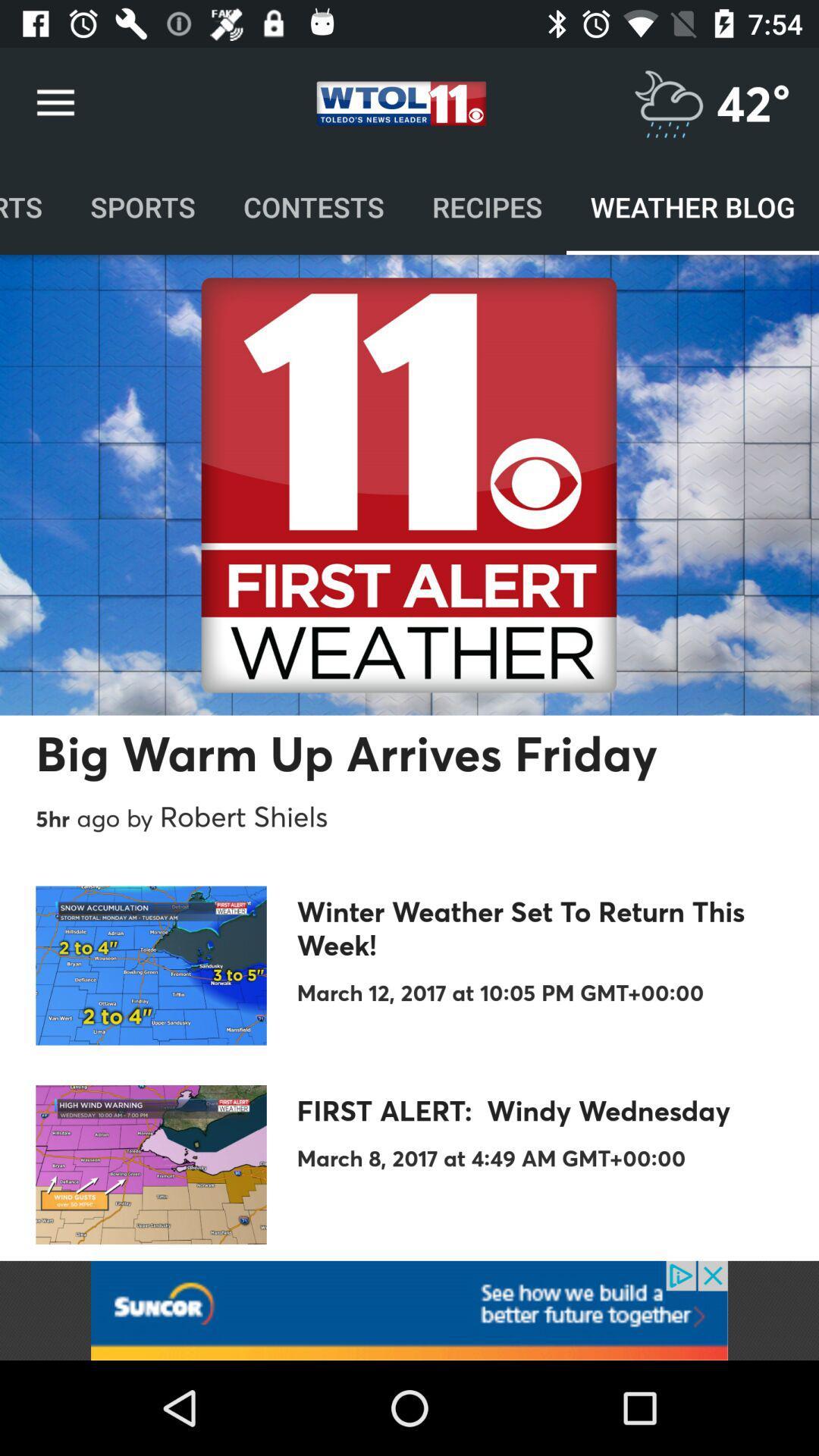  What do you see at coordinates (409, 1310) in the screenshot?
I see `follow the banner` at bounding box center [409, 1310].